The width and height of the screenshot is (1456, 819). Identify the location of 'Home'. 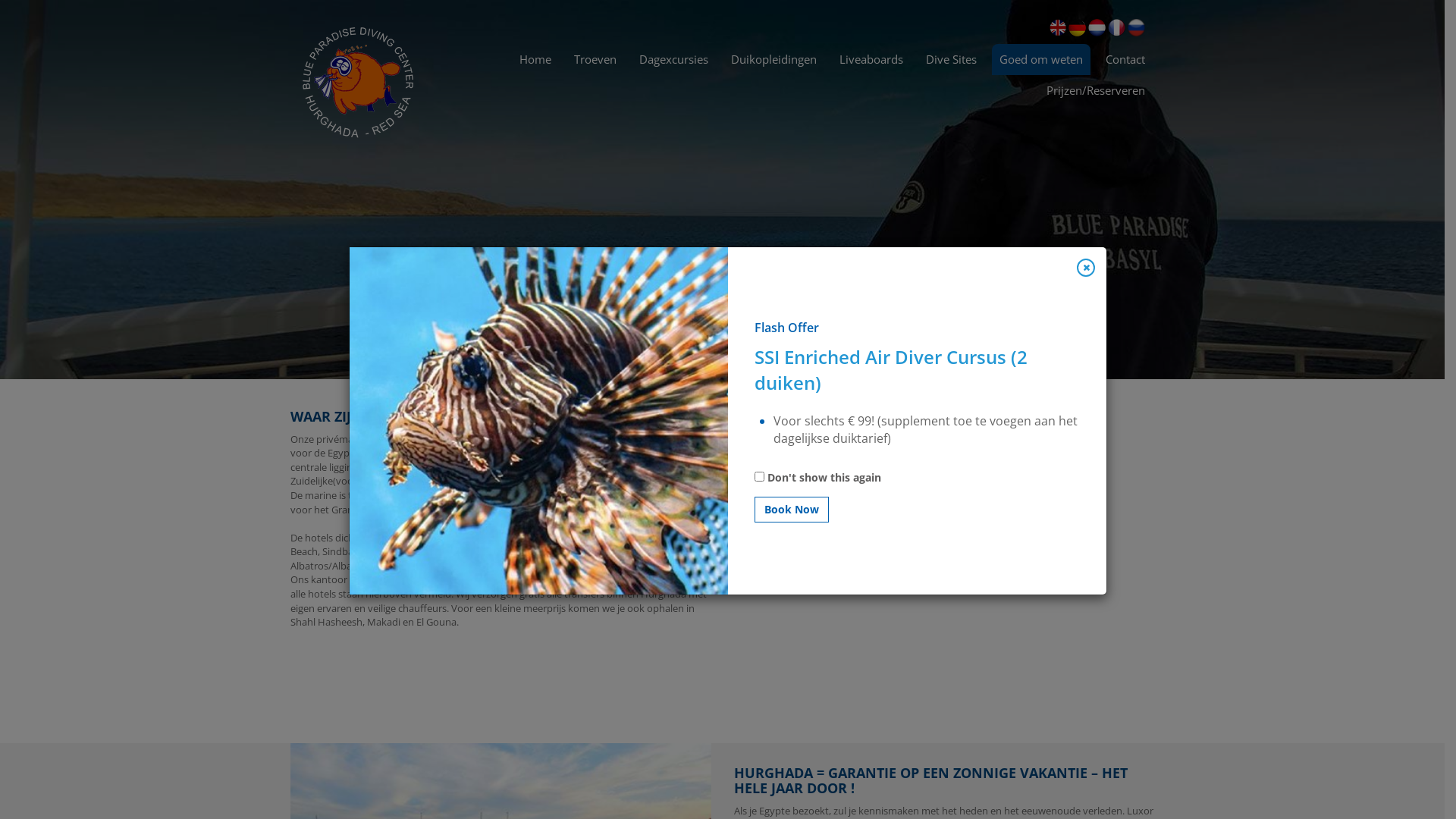
(535, 58).